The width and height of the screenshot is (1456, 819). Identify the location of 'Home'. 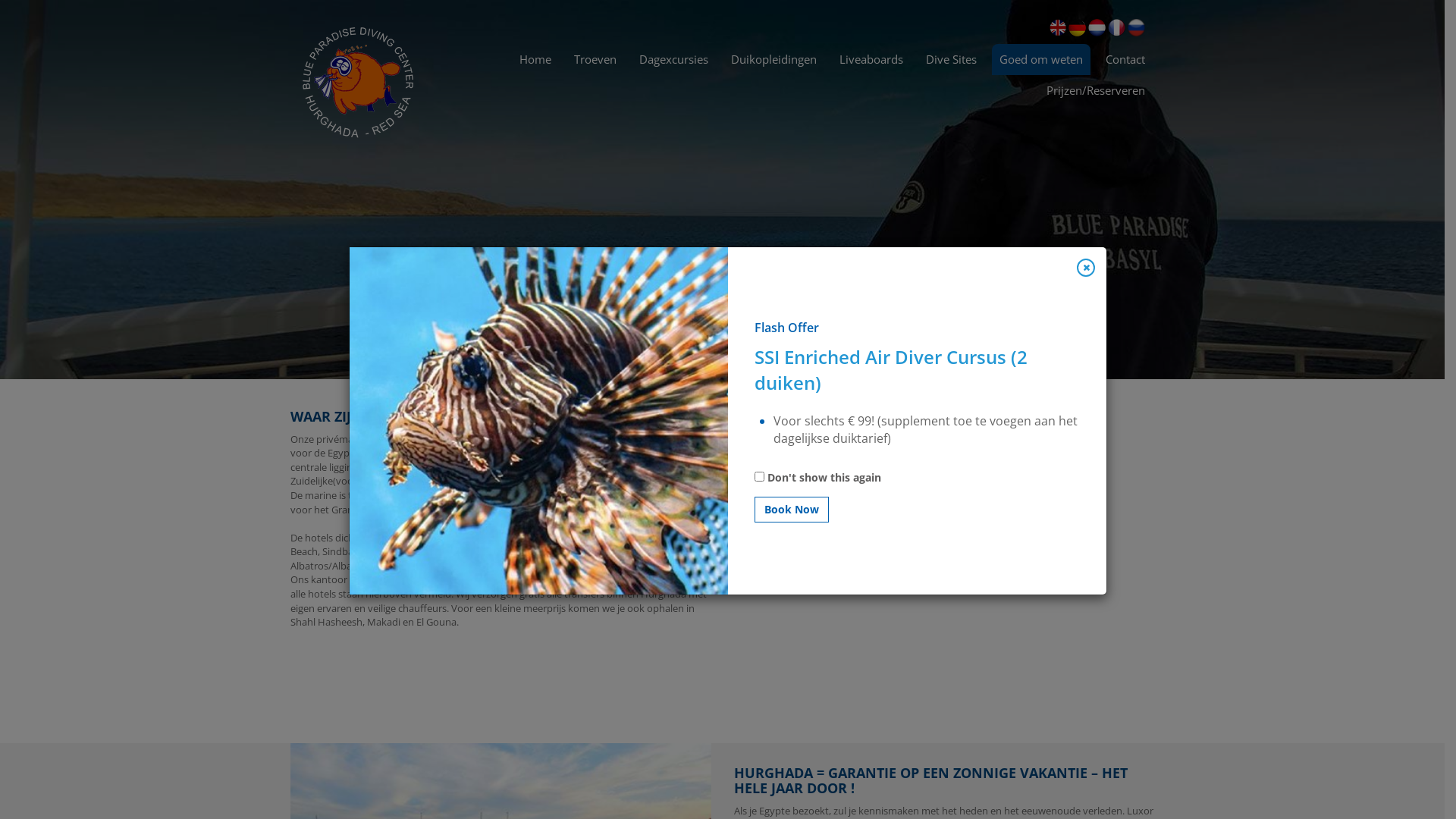
(535, 58).